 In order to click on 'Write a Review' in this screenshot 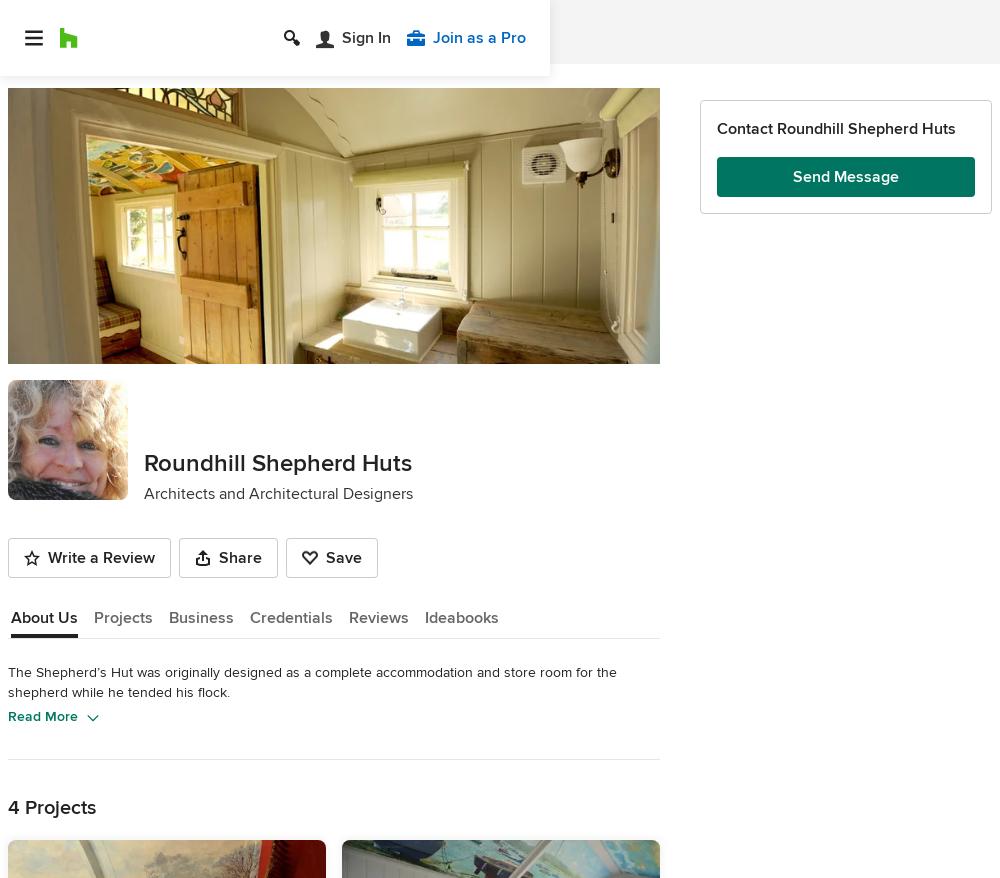, I will do `click(100, 556)`.